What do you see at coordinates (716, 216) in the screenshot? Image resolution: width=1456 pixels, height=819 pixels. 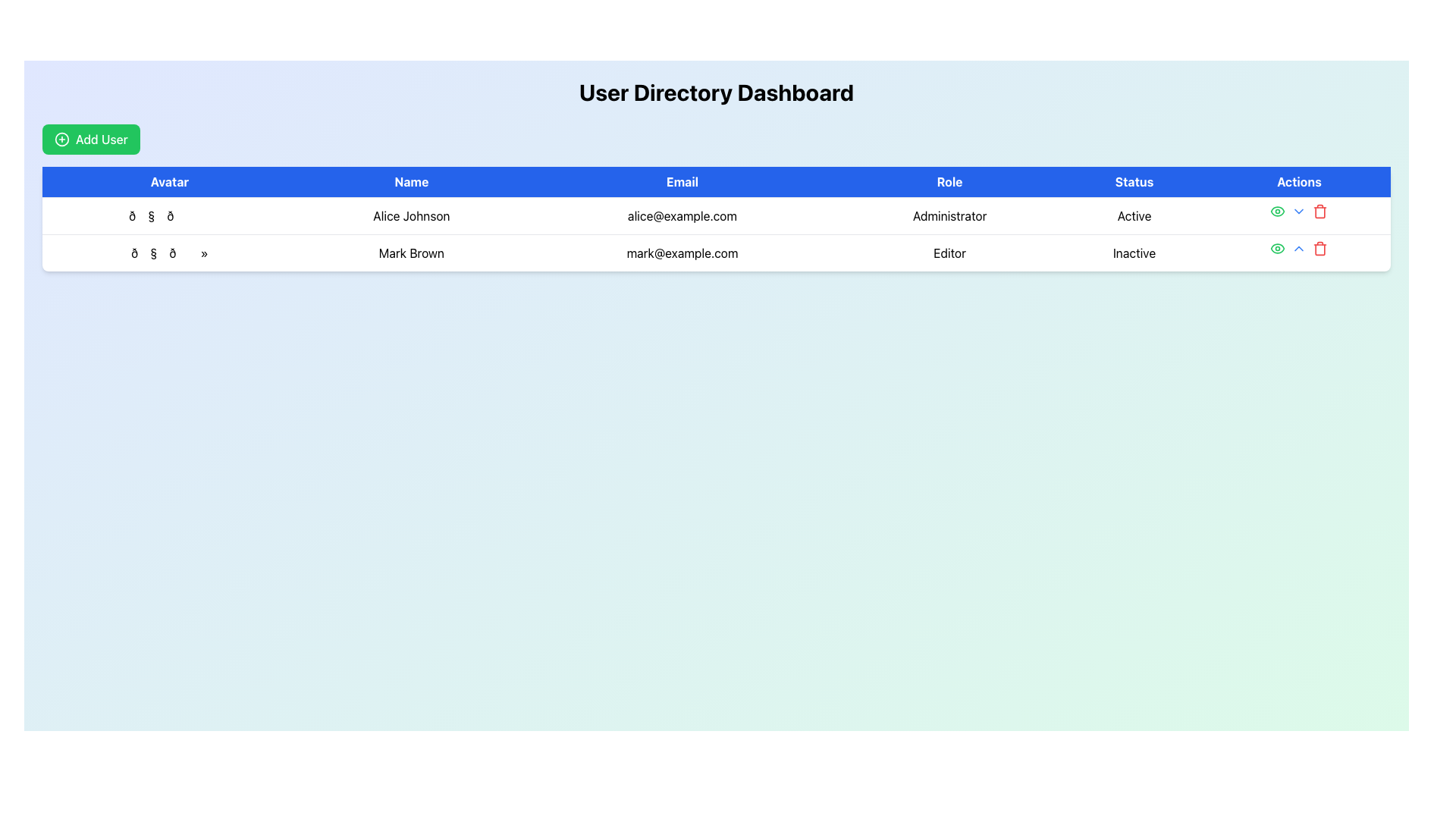 I see `the first row of the User Directory Dashboard table, which displays user information including avatar, name, contact, and status` at bounding box center [716, 216].